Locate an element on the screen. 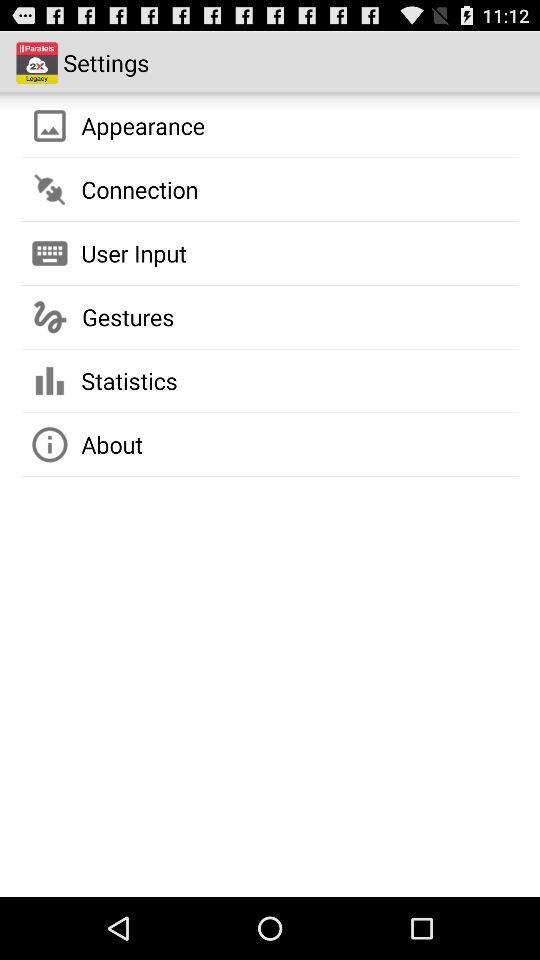  icon below the gestures item is located at coordinates (129, 379).